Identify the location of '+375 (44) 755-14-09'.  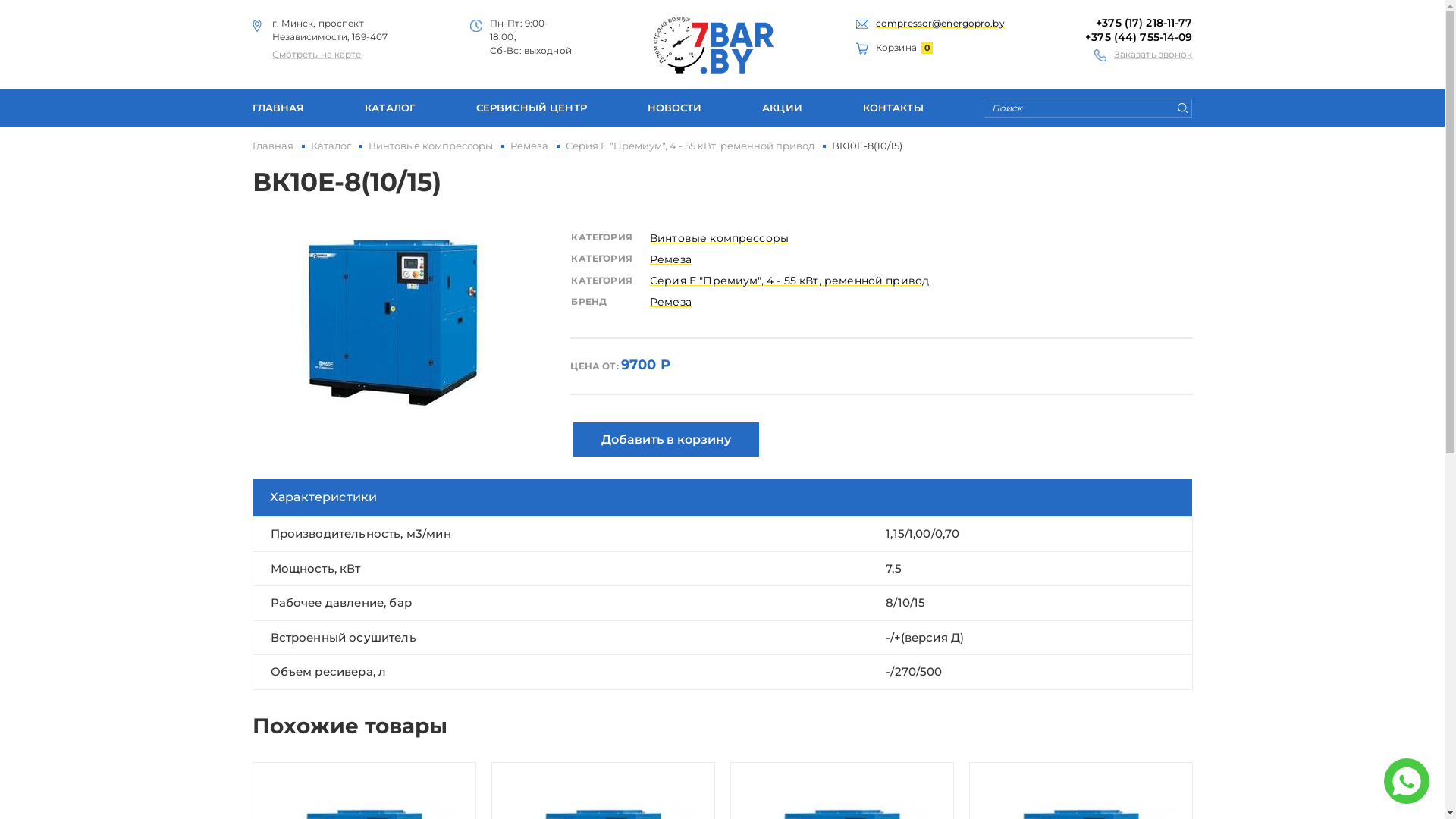
(1138, 36).